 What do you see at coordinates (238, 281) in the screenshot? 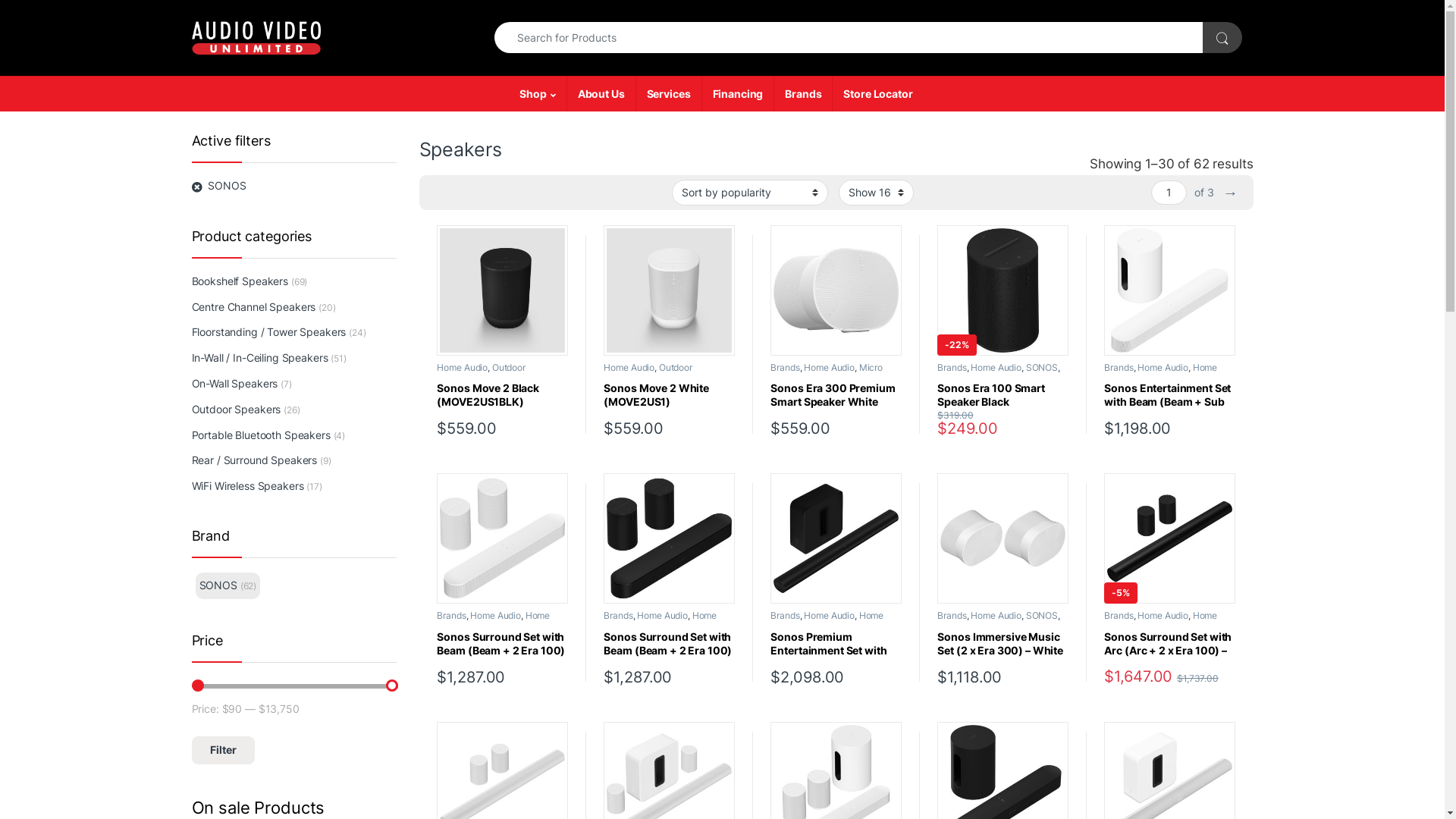
I see `'Bookshelf Speakers'` at bounding box center [238, 281].